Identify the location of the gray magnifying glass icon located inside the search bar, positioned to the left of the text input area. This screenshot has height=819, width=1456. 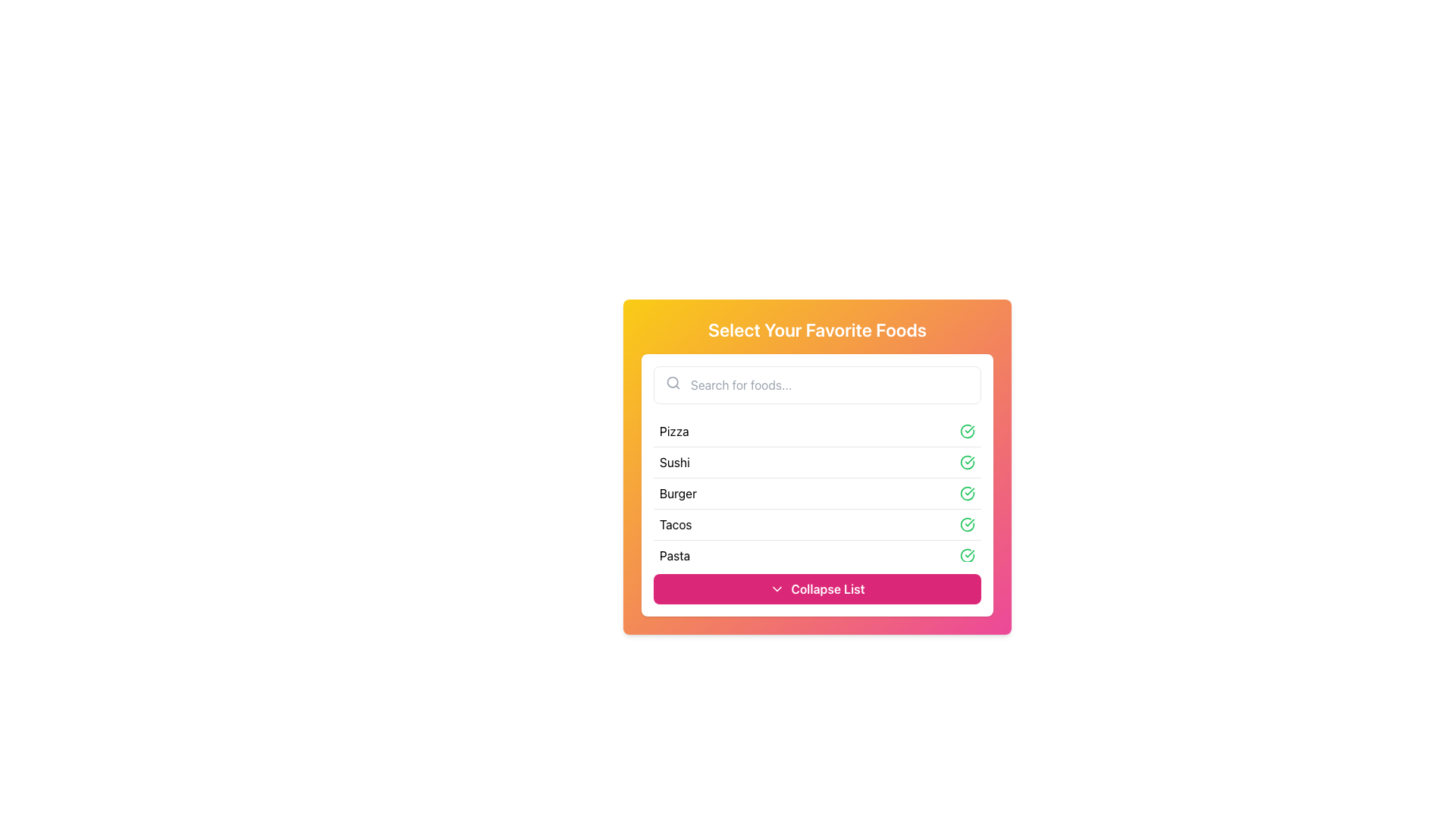
(673, 382).